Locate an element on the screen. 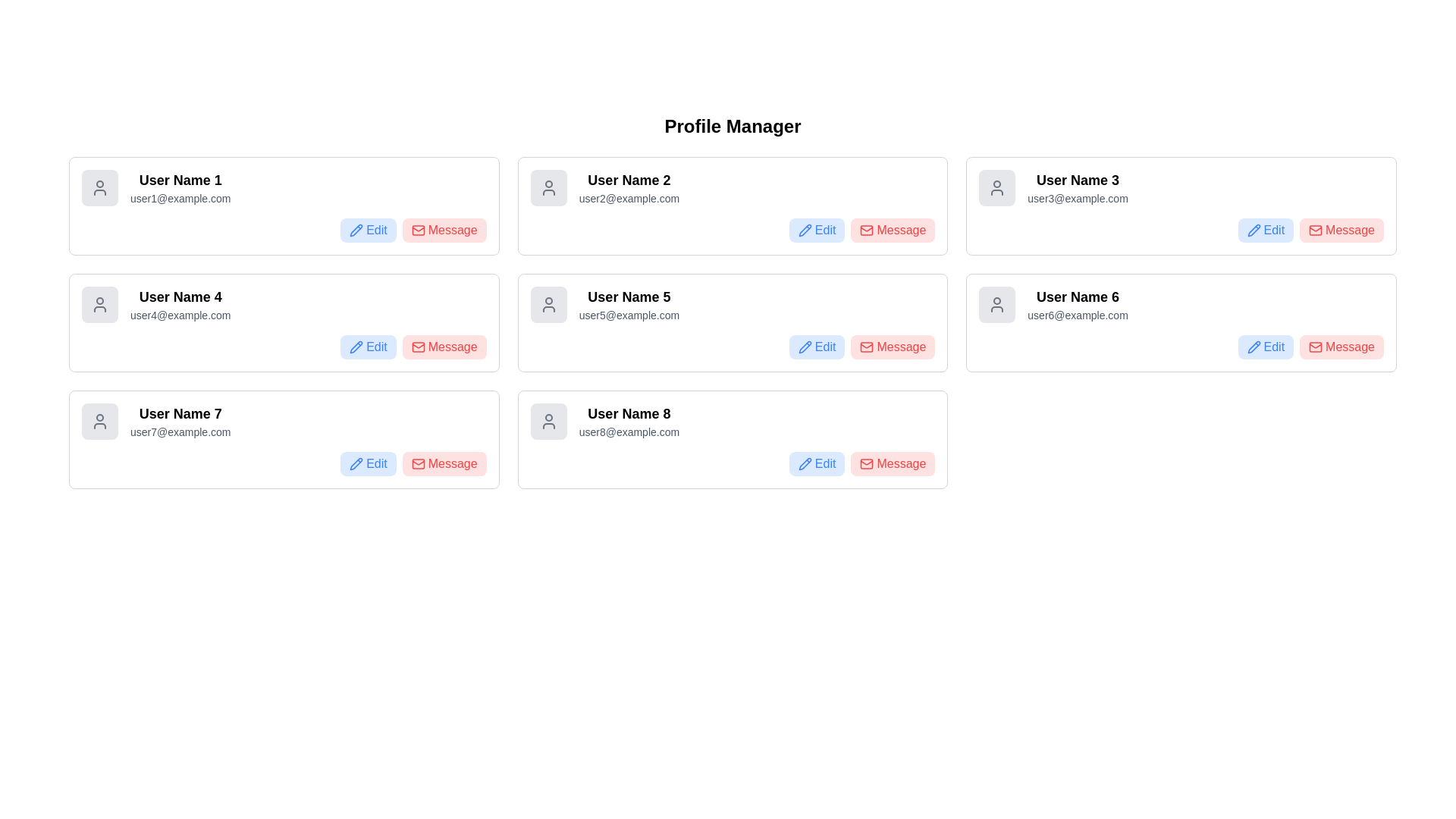  the text label displaying 'user8@example.com', which is styled in small gray font and located under the user's name in the eighth profile card is located at coordinates (629, 432).